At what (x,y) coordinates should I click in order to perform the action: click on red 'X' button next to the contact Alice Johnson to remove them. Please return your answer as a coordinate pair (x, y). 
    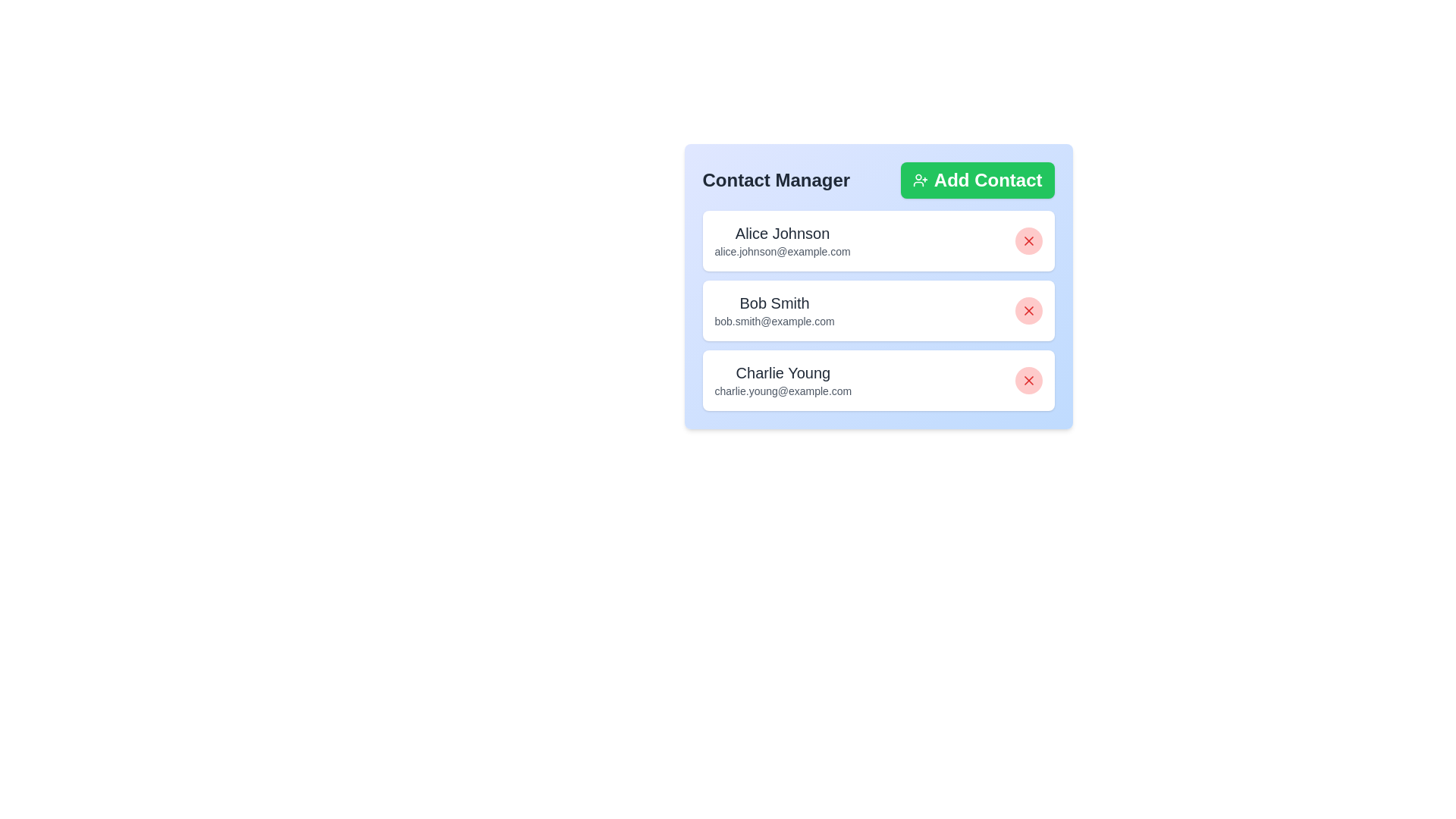
    Looking at the image, I should click on (1028, 240).